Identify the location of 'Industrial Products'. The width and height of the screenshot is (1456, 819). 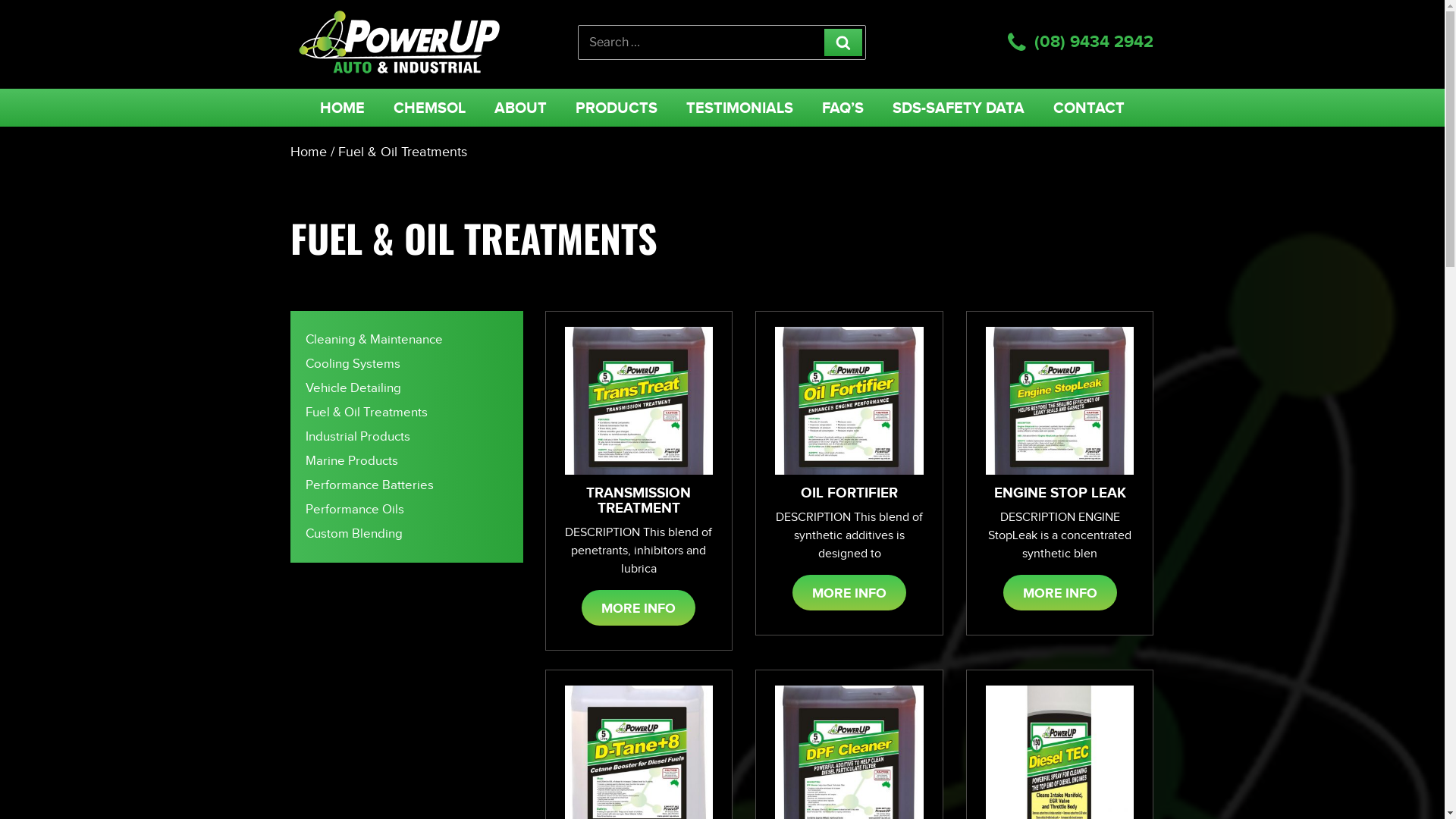
(356, 436).